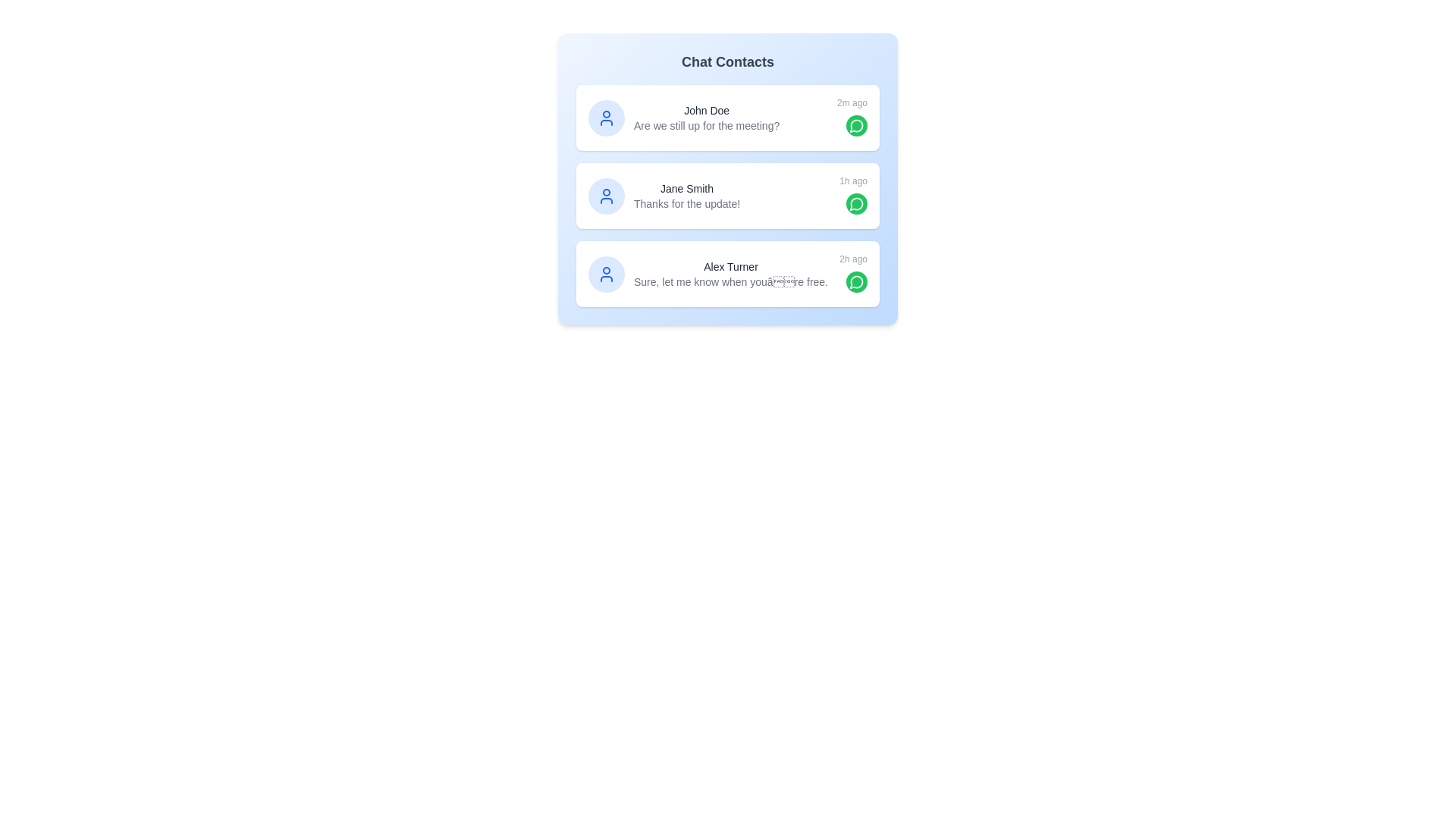 Image resolution: width=1456 pixels, height=819 pixels. Describe the element at coordinates (607, 274) in the screenshot. I see `the name or avatar of Alex Turner to view their details` at that location.